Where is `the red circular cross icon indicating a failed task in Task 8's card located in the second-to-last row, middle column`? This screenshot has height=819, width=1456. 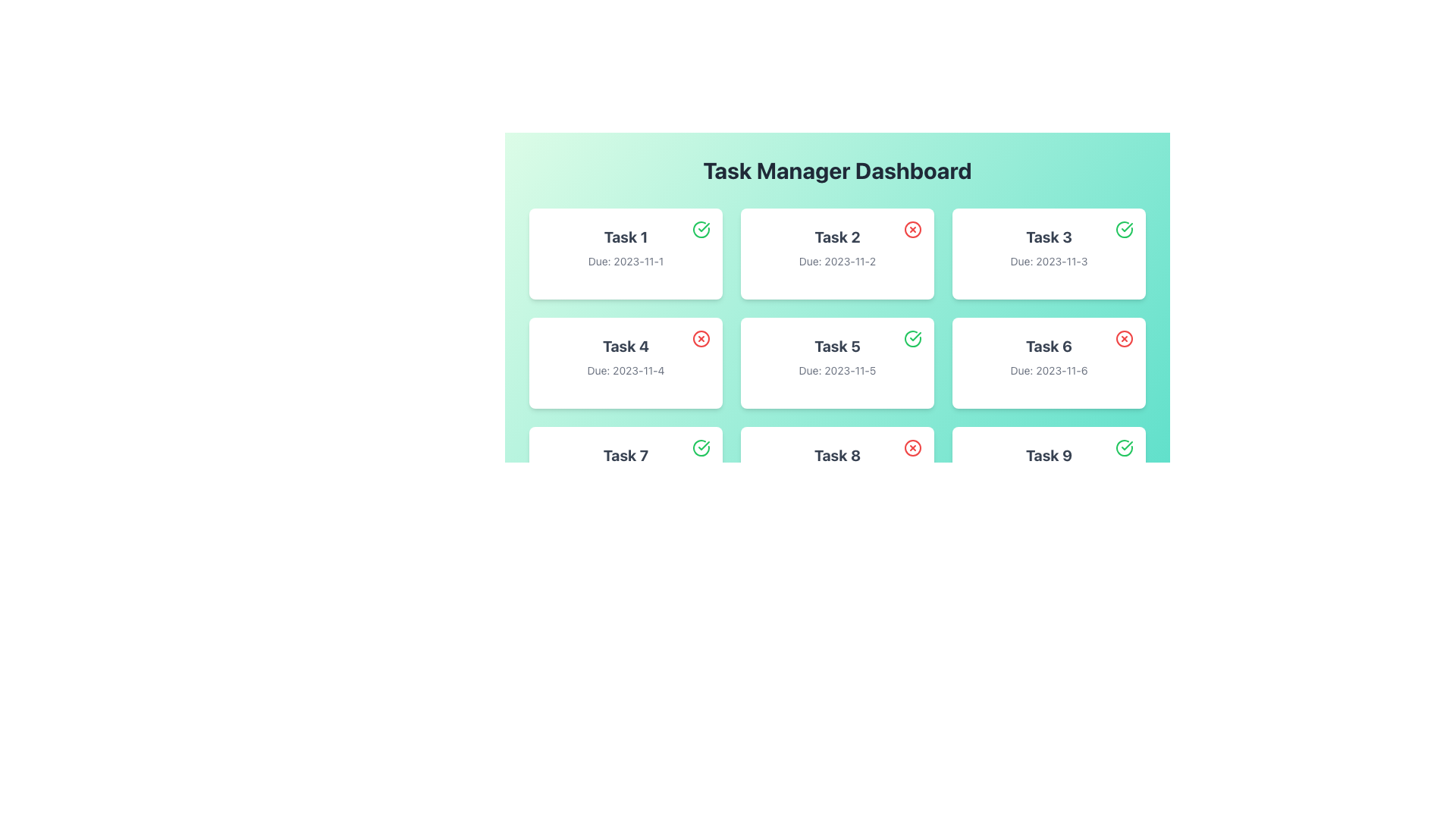 the red circular cross icon indicating a failed task in Task 8's card located in the second-to-last row, middle column is located at coordinates (912, 447).